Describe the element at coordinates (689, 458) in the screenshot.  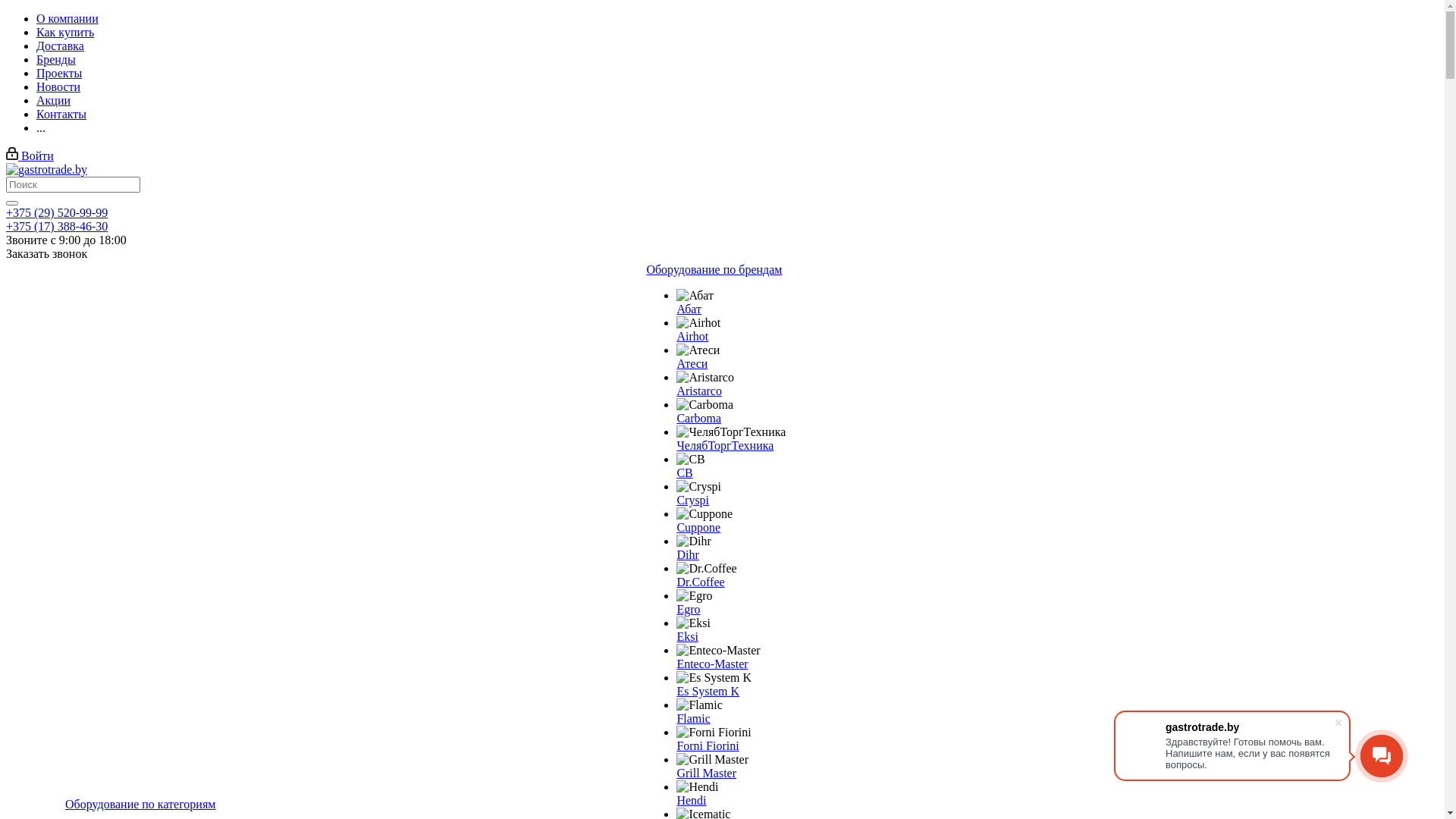
I see `'CB'` at that location.